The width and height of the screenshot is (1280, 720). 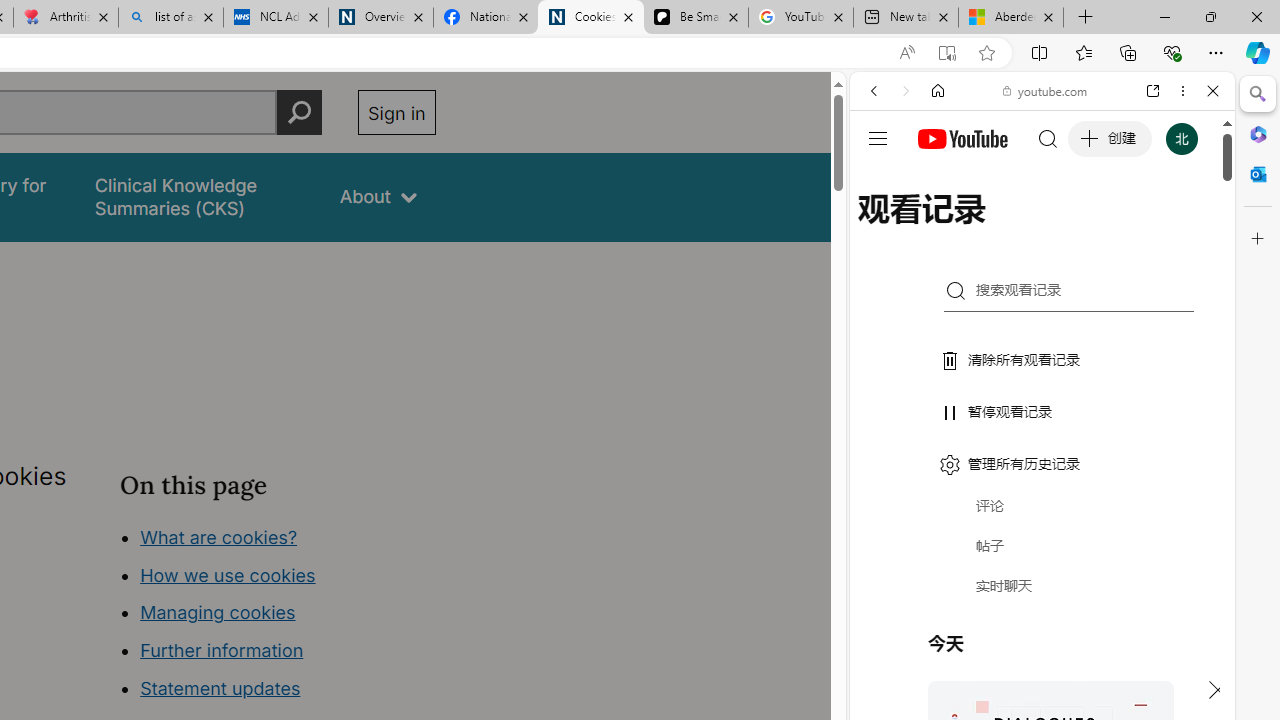 What do you see at coordinates (881, 227) in the screenshot?
I see `'Search Filter, WEB'` at bounding box center [881, 227].